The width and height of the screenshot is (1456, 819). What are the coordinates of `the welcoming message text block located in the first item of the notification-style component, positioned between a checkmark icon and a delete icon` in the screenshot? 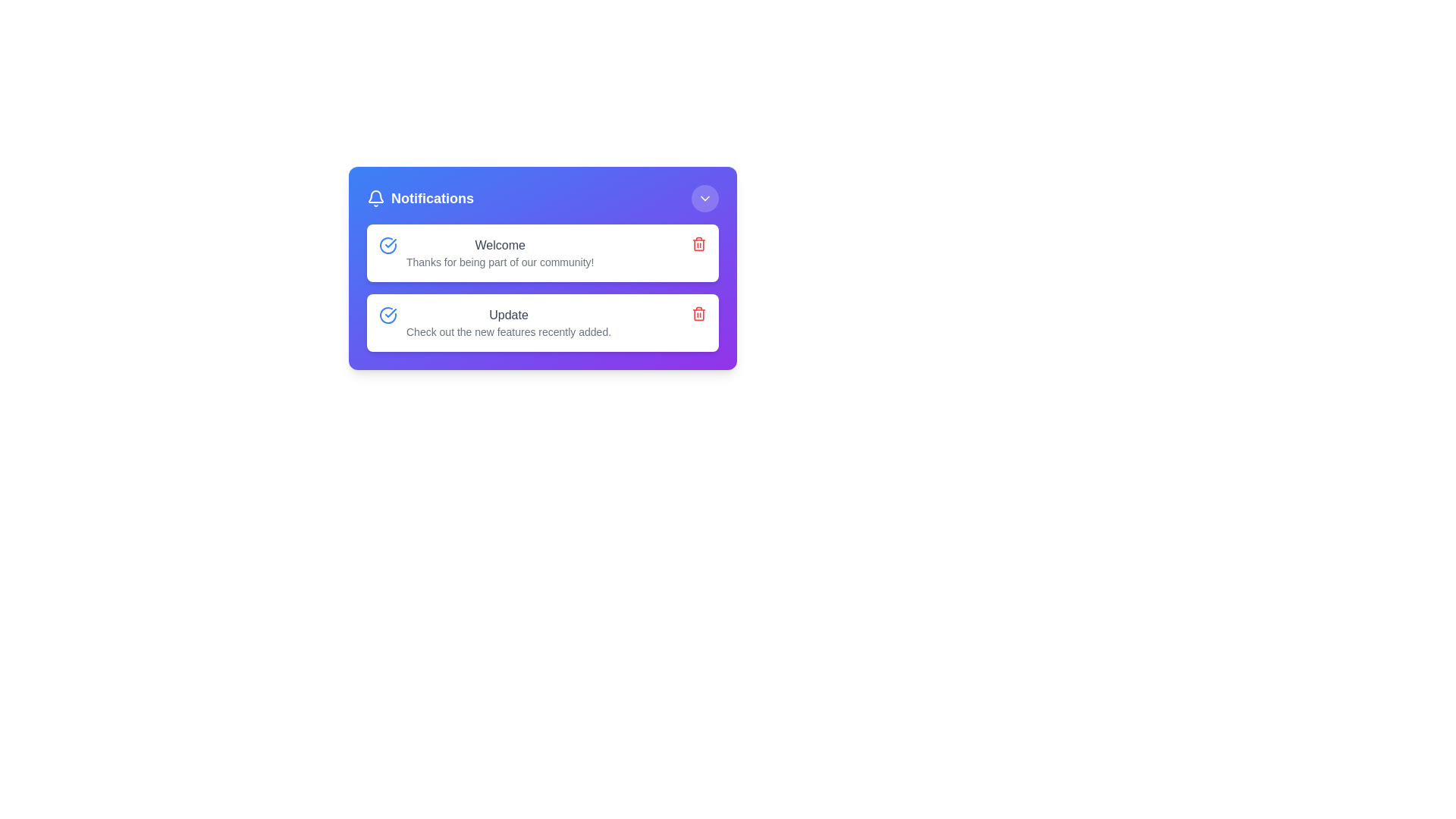 It's located at (500, 253).